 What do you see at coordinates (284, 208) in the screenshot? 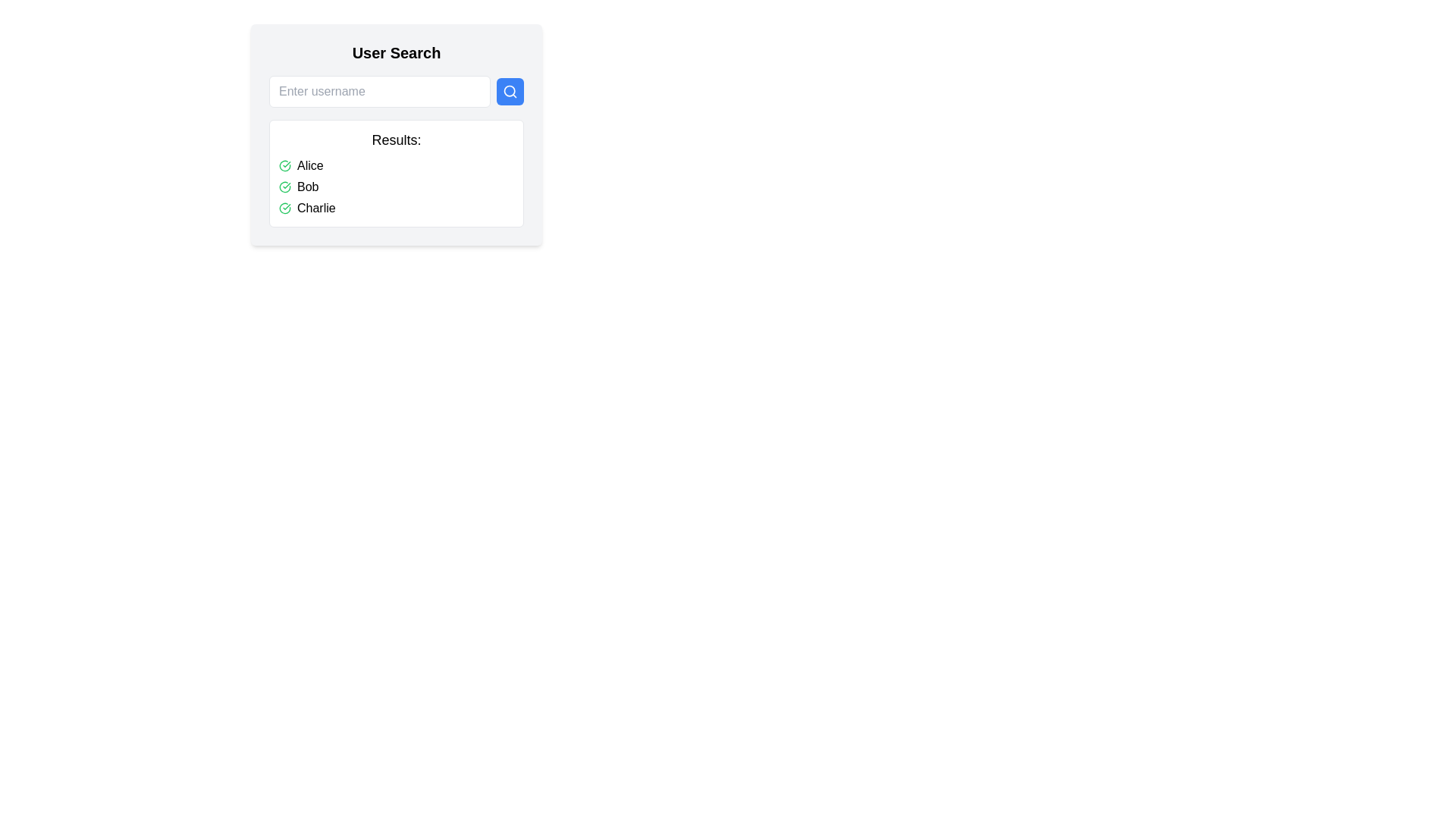
I see `the status indication of the green circled checkmark icon located on the left side of the 'Charlie' entry in the user search results panel` at bounding box center [284, 208].